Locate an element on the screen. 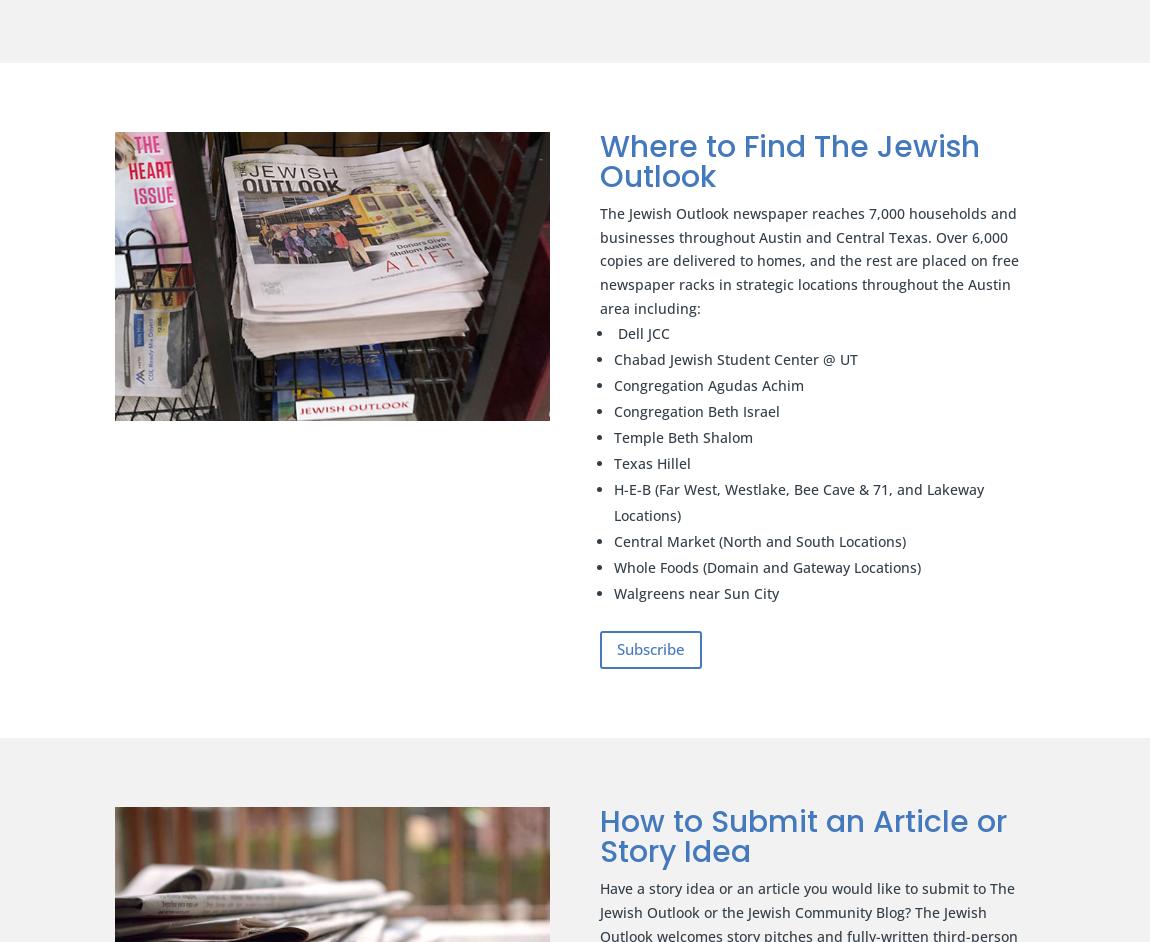 This screenshot has width=1150, height=942. 'Texas Hillel' is located at coordinates (651, 461).